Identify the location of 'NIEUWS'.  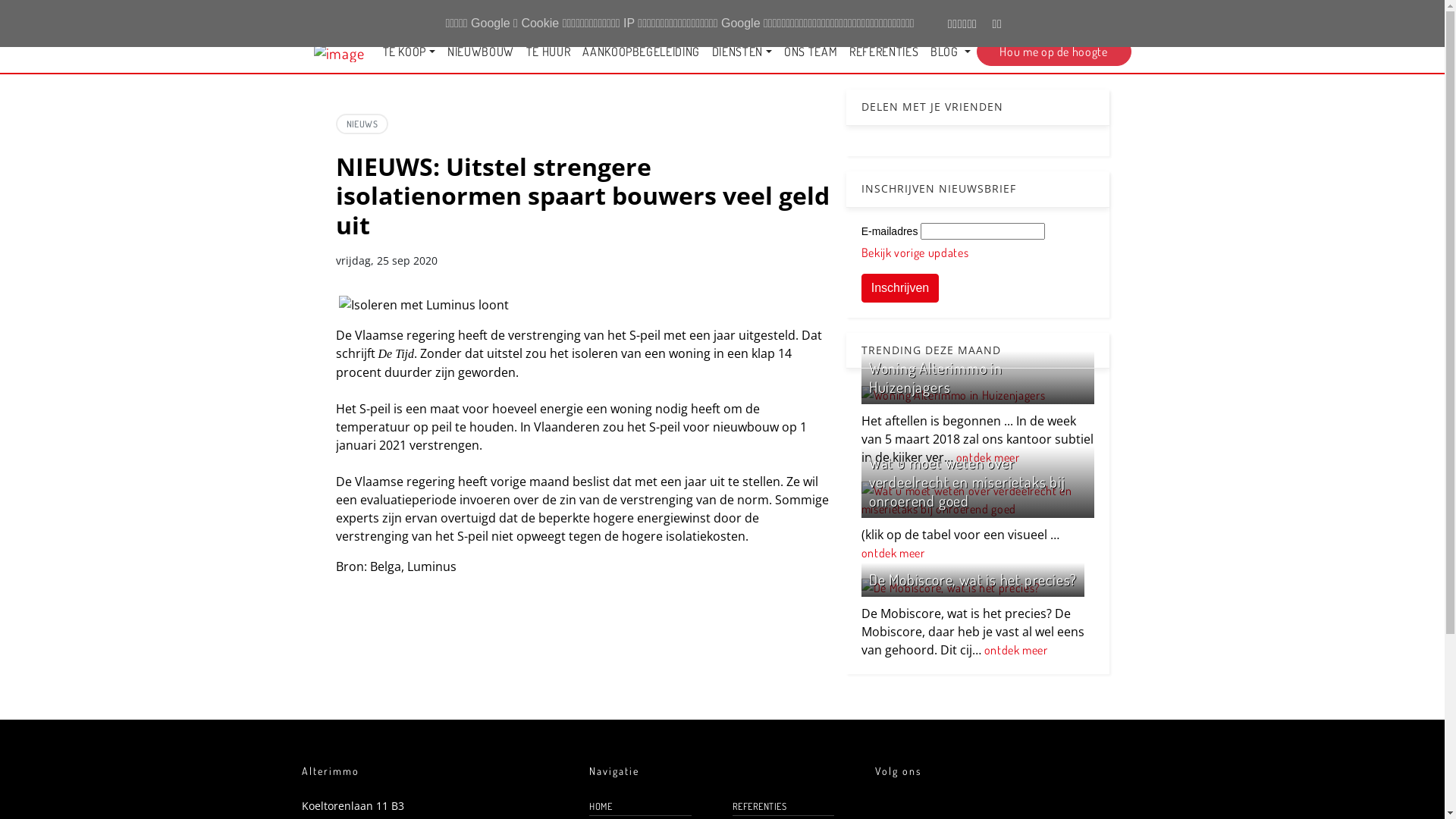
(360, 123).